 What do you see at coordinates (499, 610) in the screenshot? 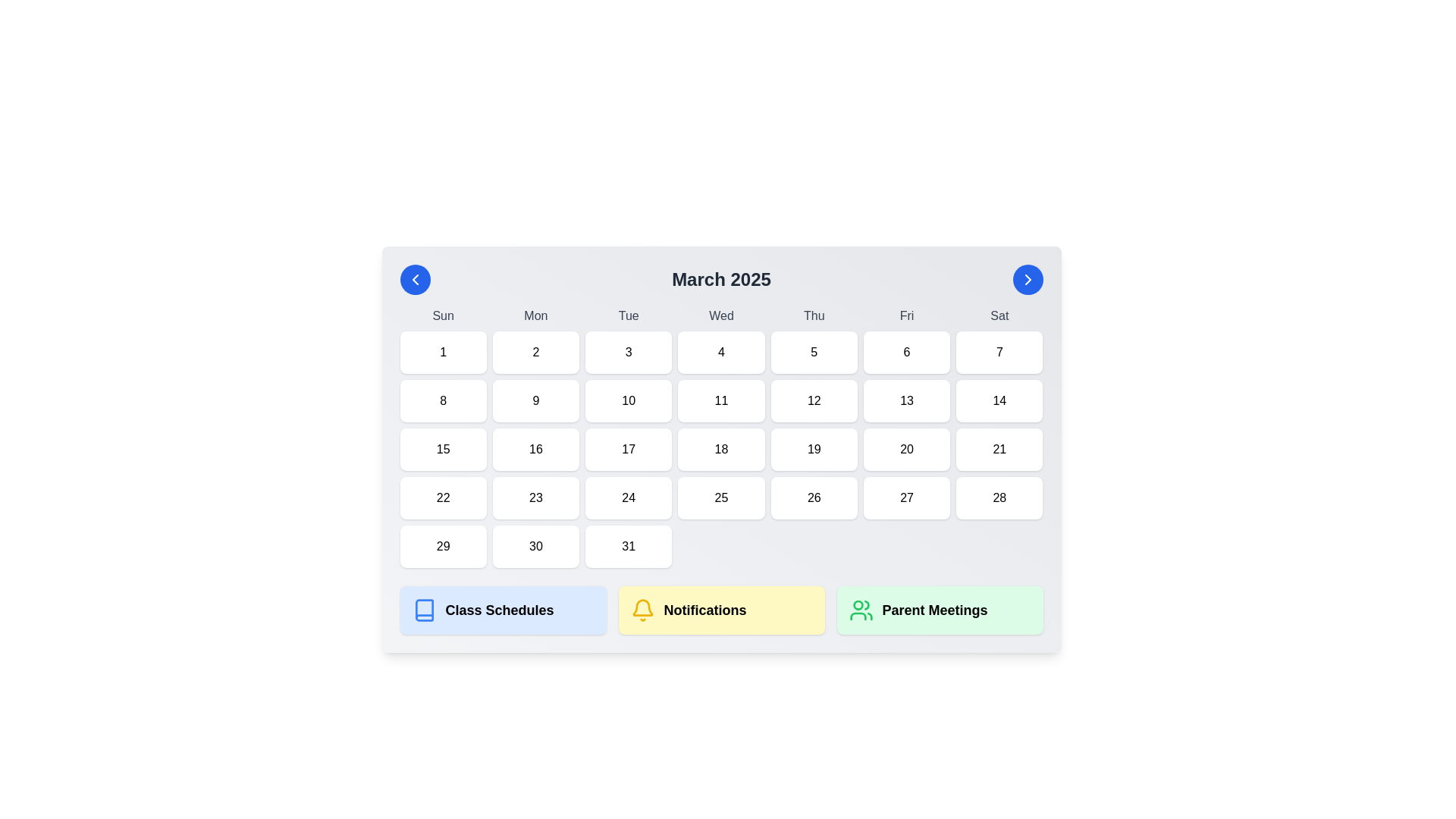
I see `the text label that reads 'Class Schedules', which is part of a light blue tile located in the bottom left section of the interface, next to the 'Notifications' tile` at bounding box center [499, 610].